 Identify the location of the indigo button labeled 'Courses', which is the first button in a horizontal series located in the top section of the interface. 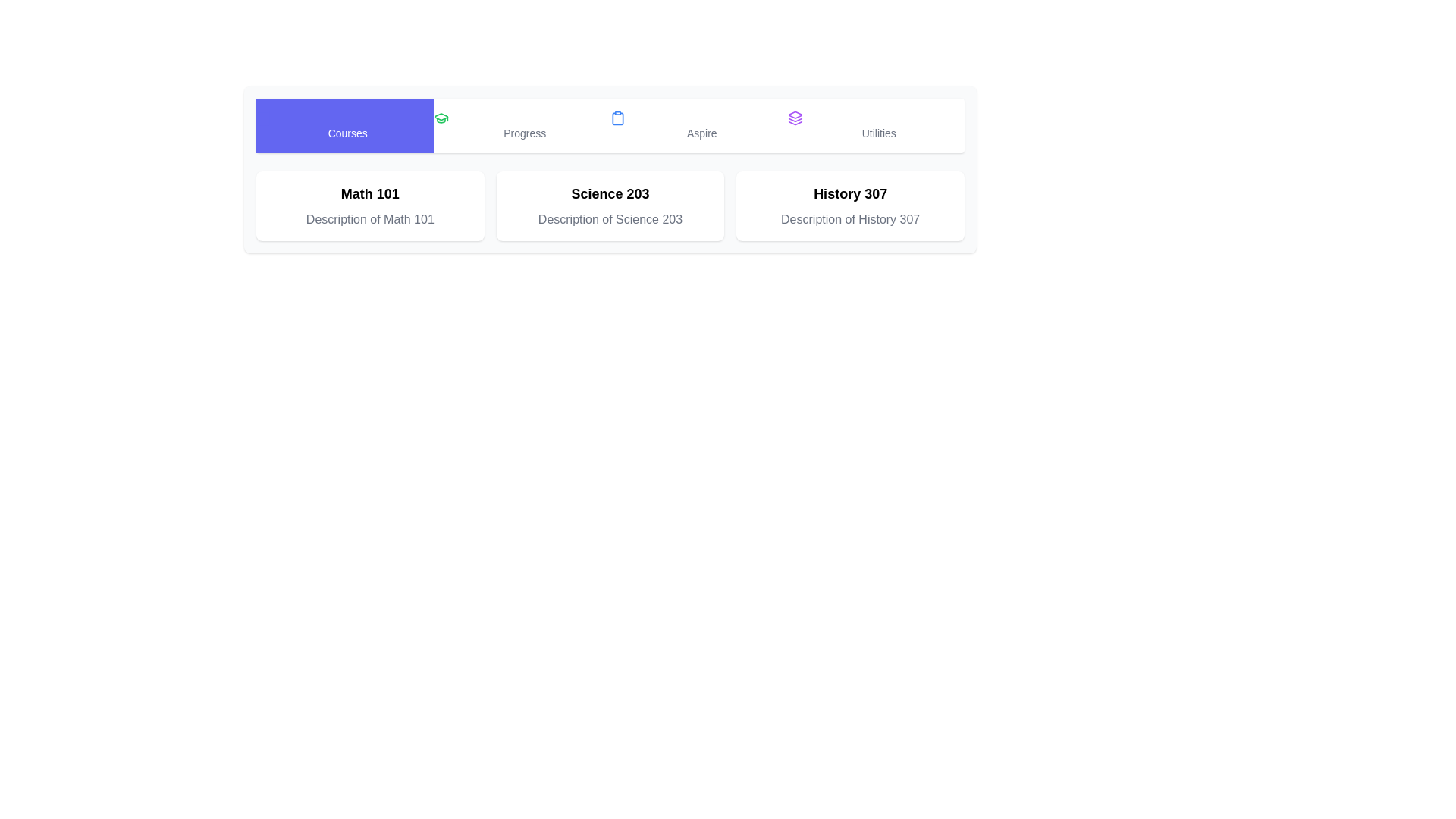
(344, 124).